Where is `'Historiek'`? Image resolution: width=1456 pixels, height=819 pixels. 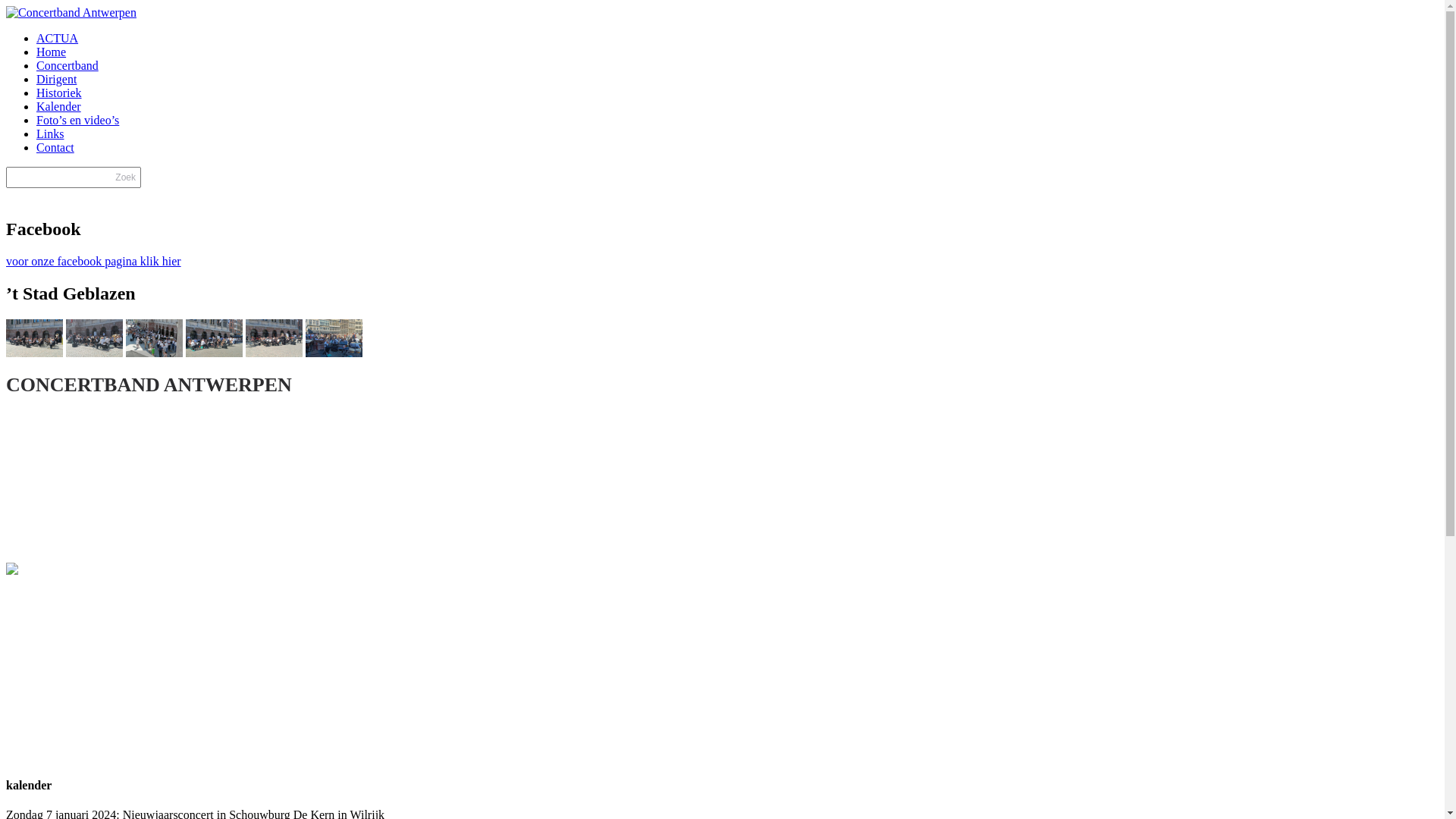
'Historiek' is located at coordinates (36, 93).